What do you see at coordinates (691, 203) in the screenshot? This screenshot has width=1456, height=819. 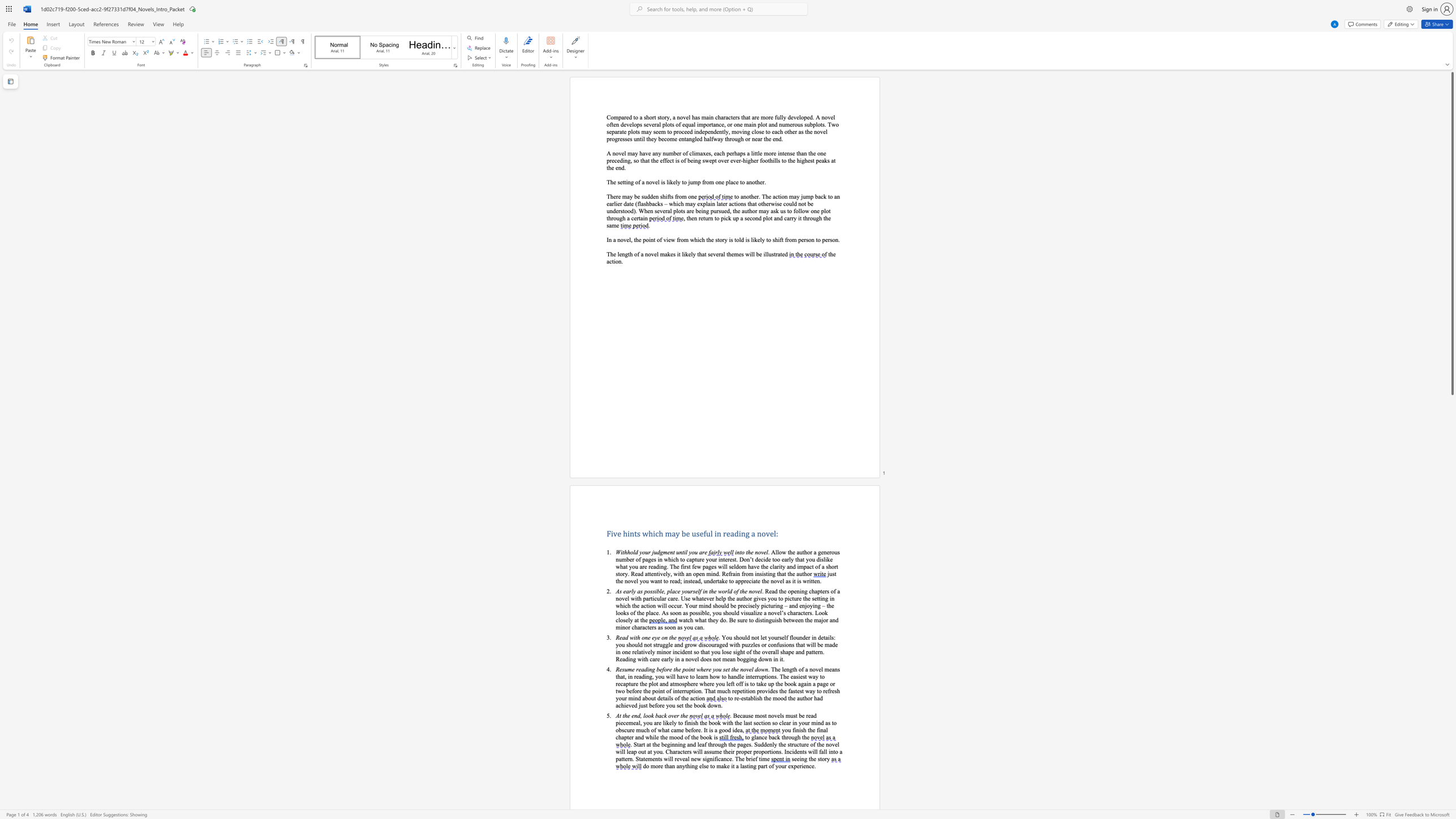 I see `the 10th character "a" in the text` at bounding box center [691, 203].